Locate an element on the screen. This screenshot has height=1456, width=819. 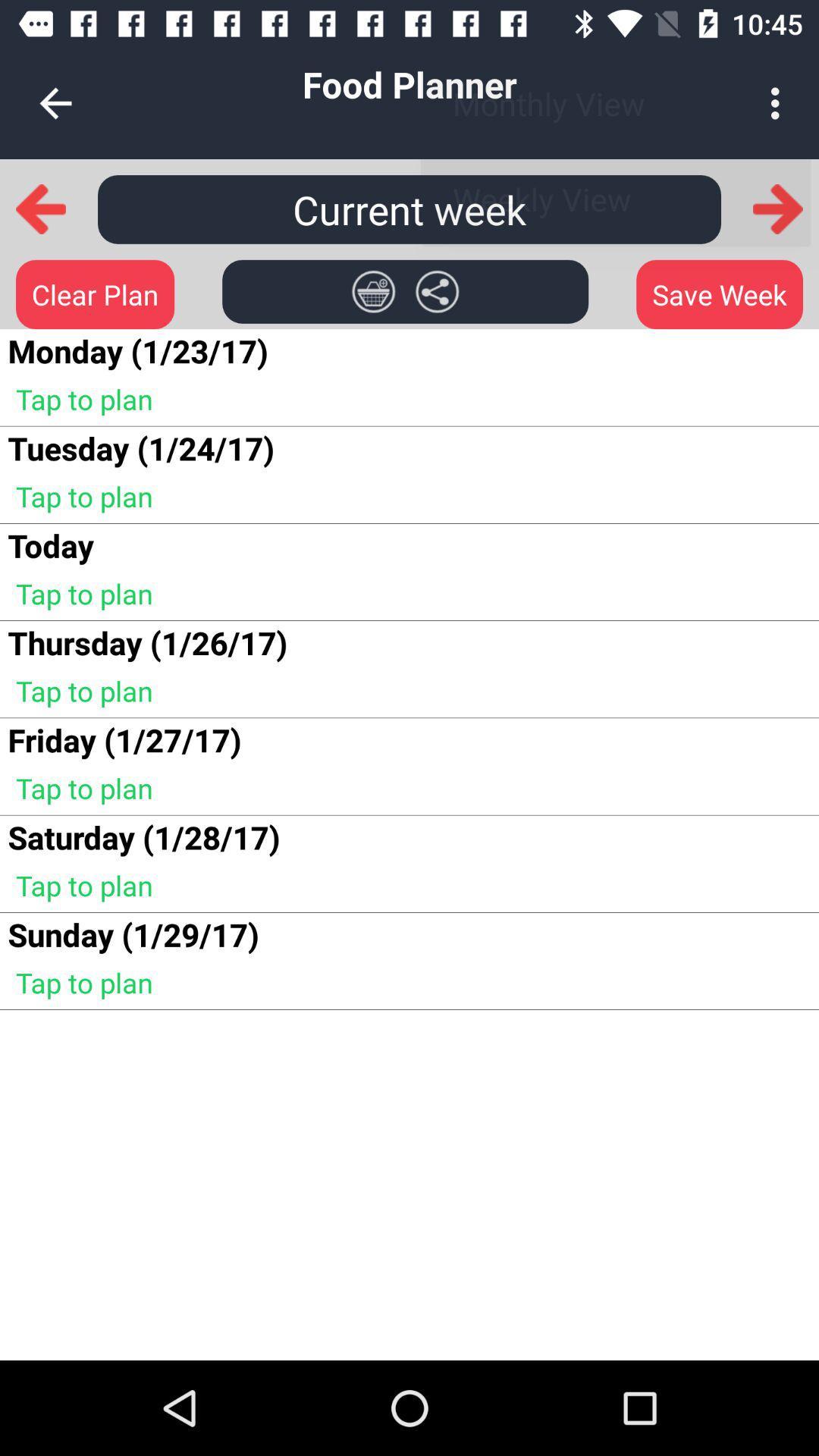
plan is located at coordinates (373, 291).